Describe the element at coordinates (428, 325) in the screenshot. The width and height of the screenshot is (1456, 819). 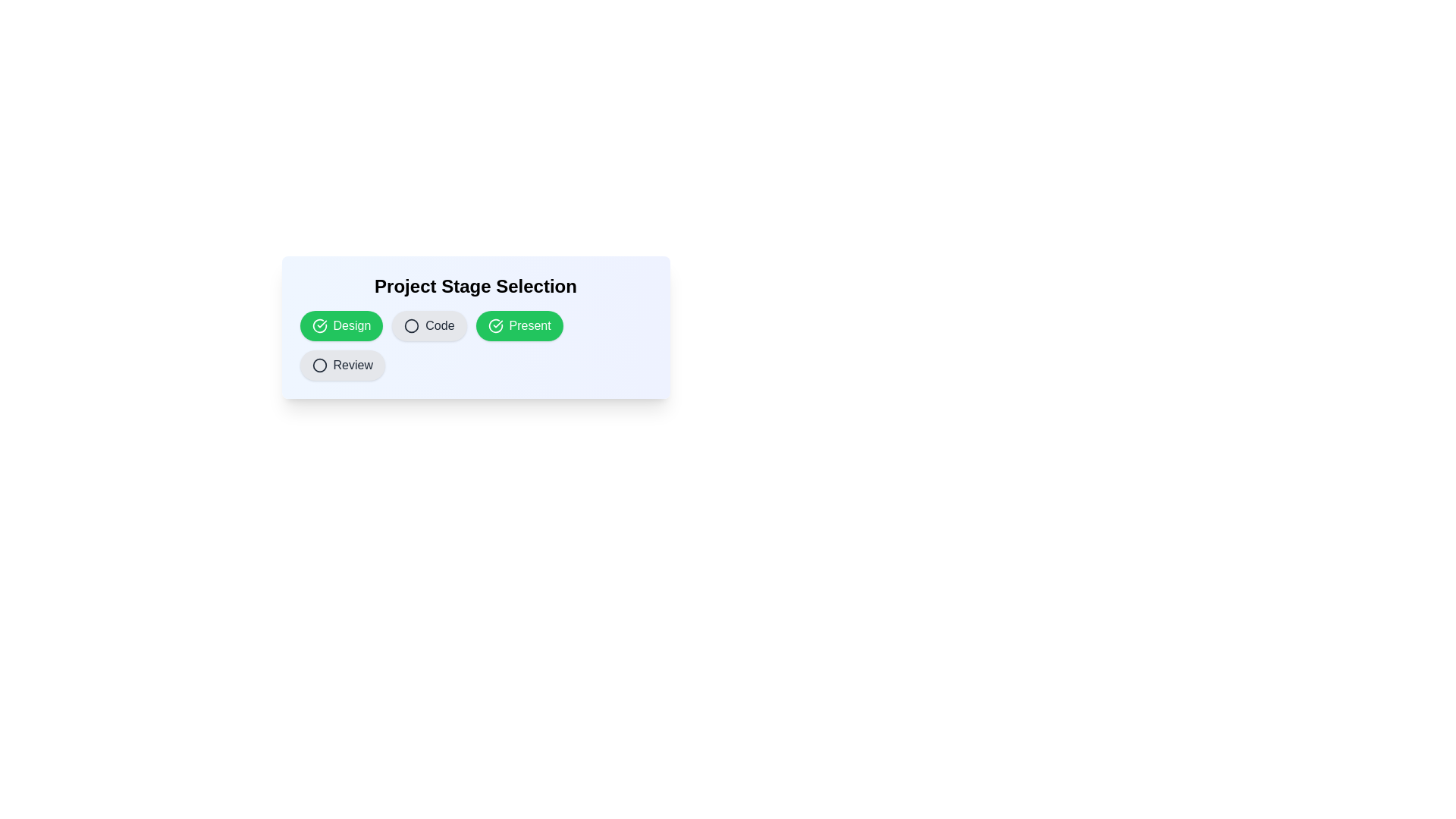
I see `the chip labeled Code` at that location.